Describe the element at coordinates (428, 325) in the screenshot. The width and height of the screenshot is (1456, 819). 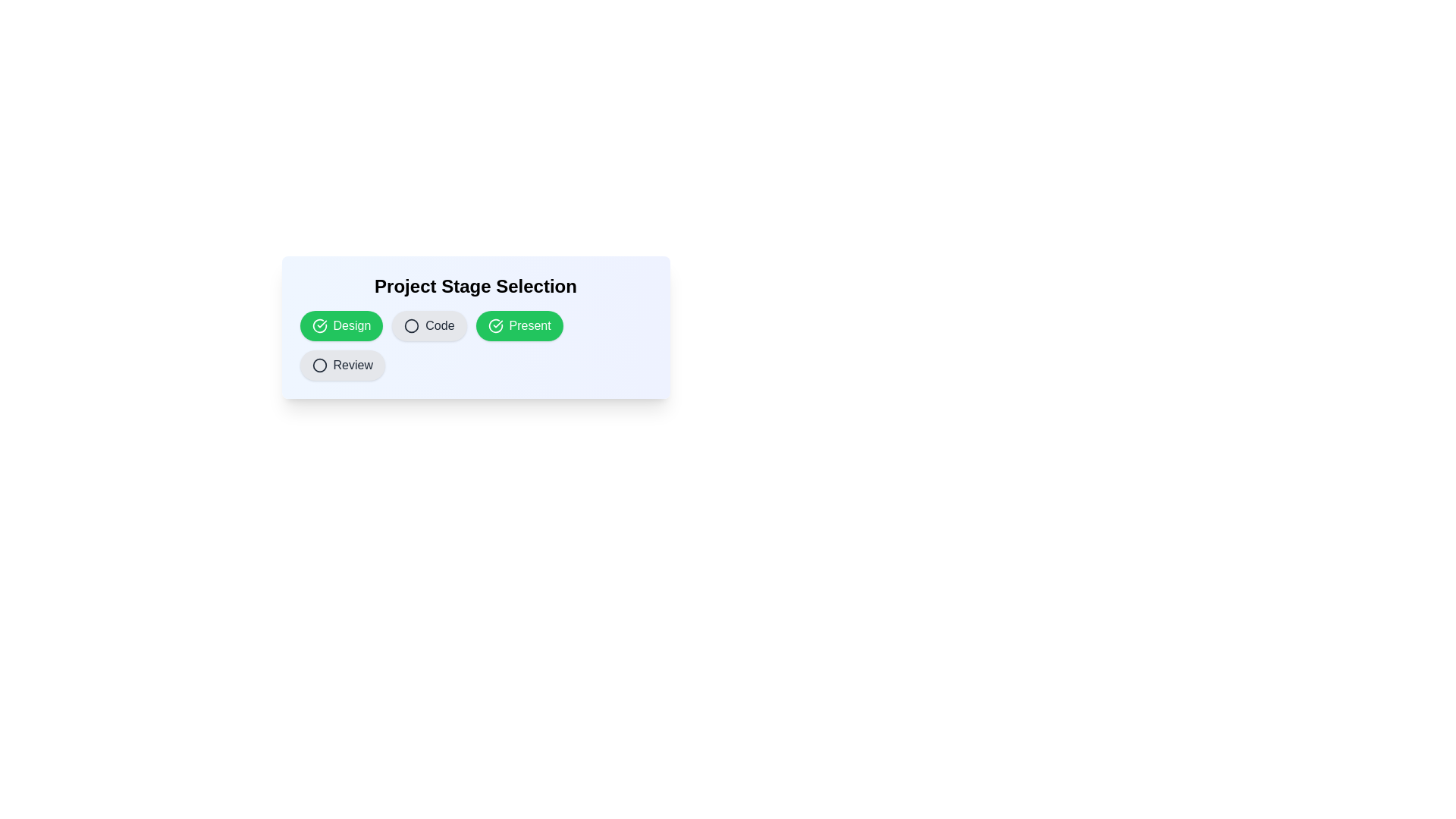
I see `the chip labeled Code` at that location.